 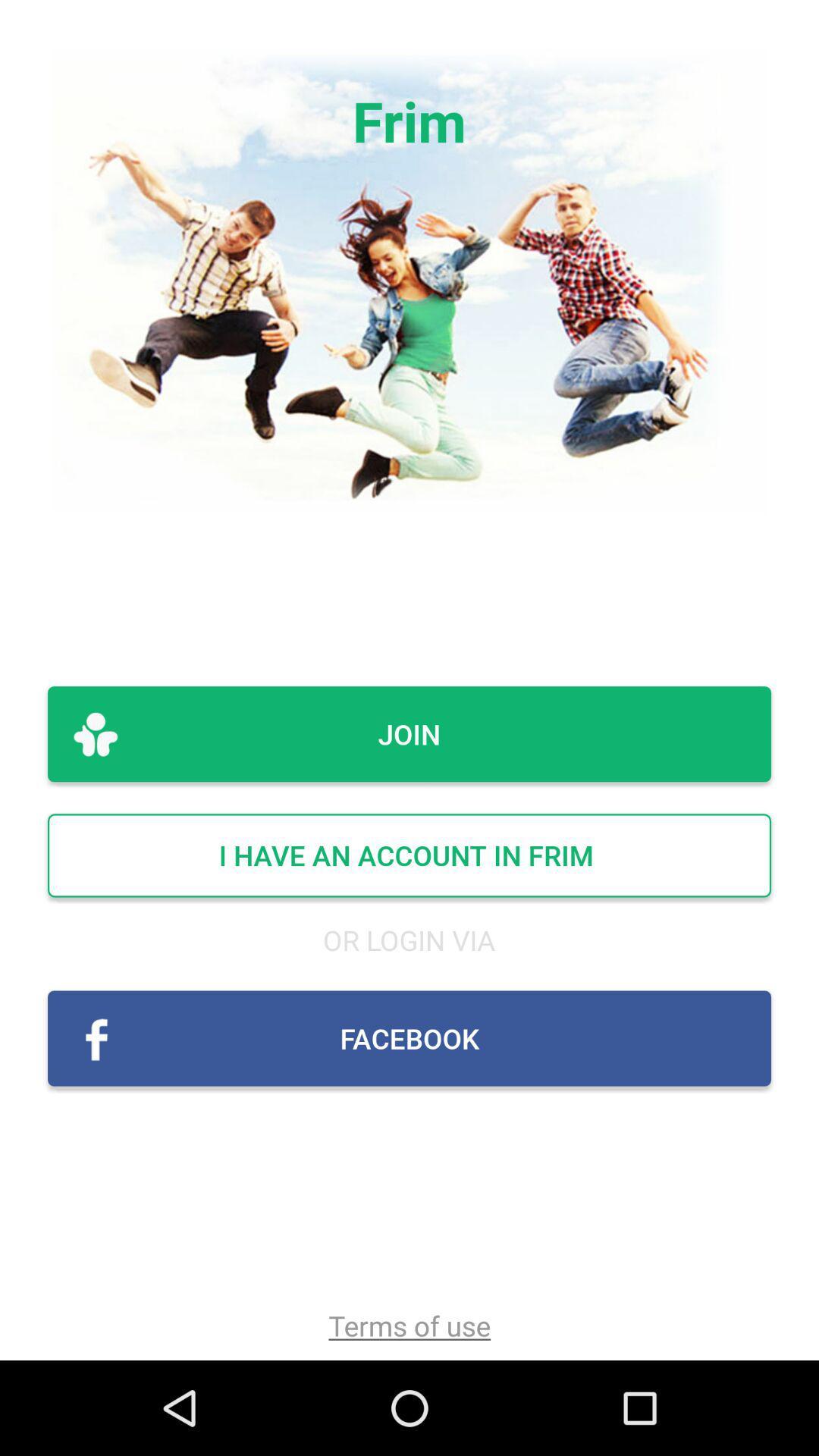 What do you see at coordinates (409, 1037) in the screenshot?
I see `facebook` at bounding box center [409, 1037].